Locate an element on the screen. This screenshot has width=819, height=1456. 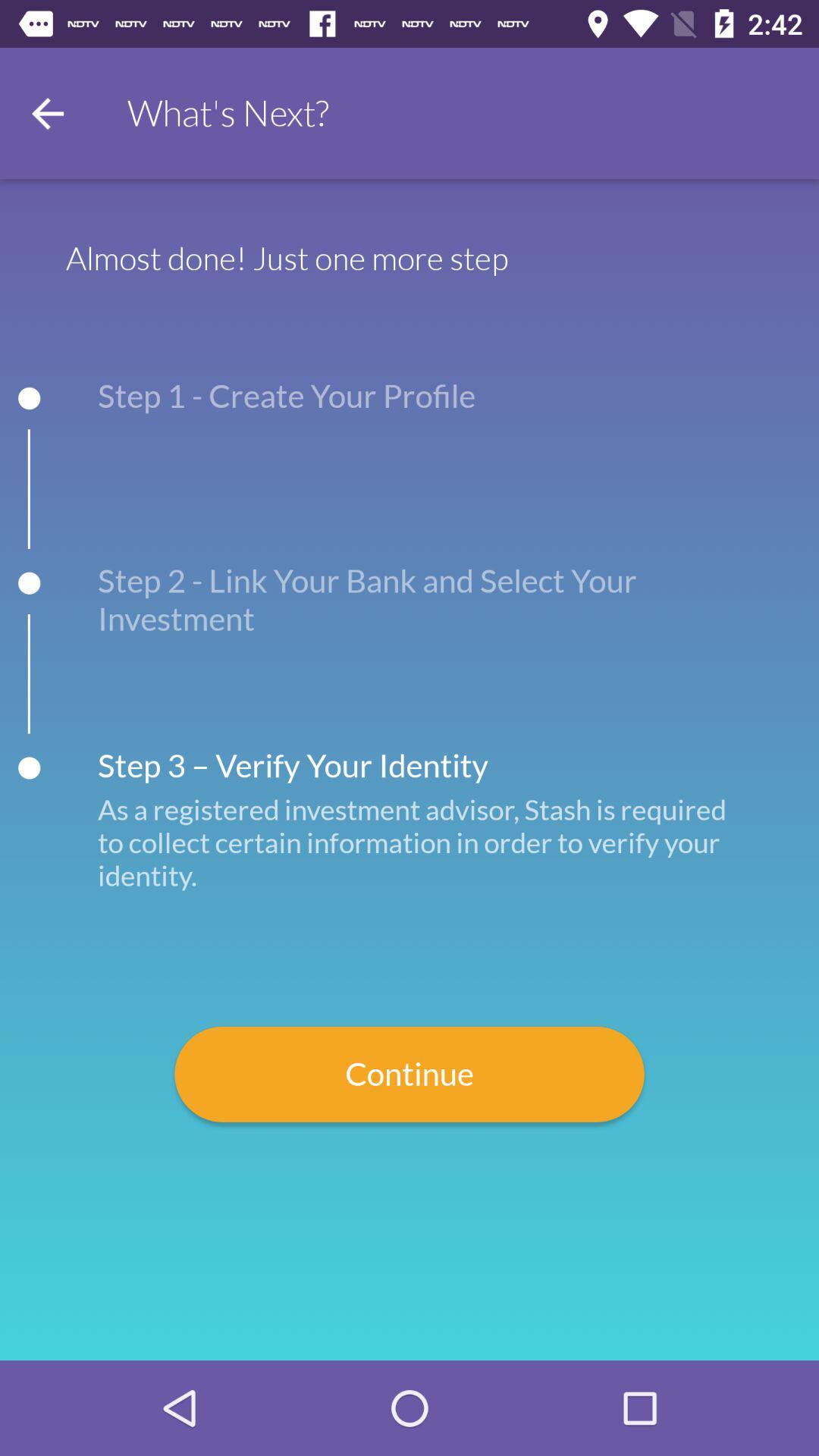
previous is located at coordinates (46, 112).